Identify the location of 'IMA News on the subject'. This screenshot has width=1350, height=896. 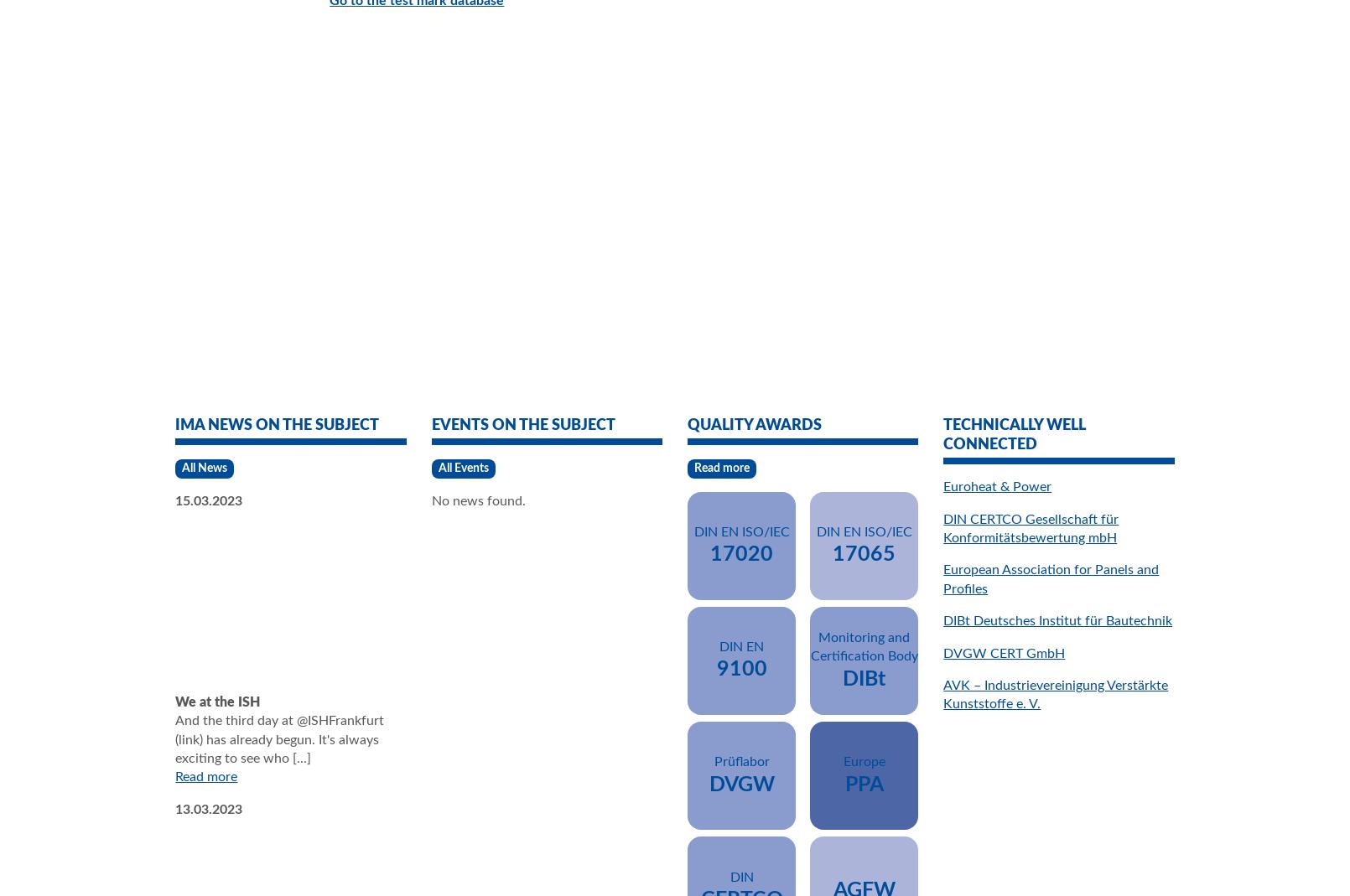
(276, 424).